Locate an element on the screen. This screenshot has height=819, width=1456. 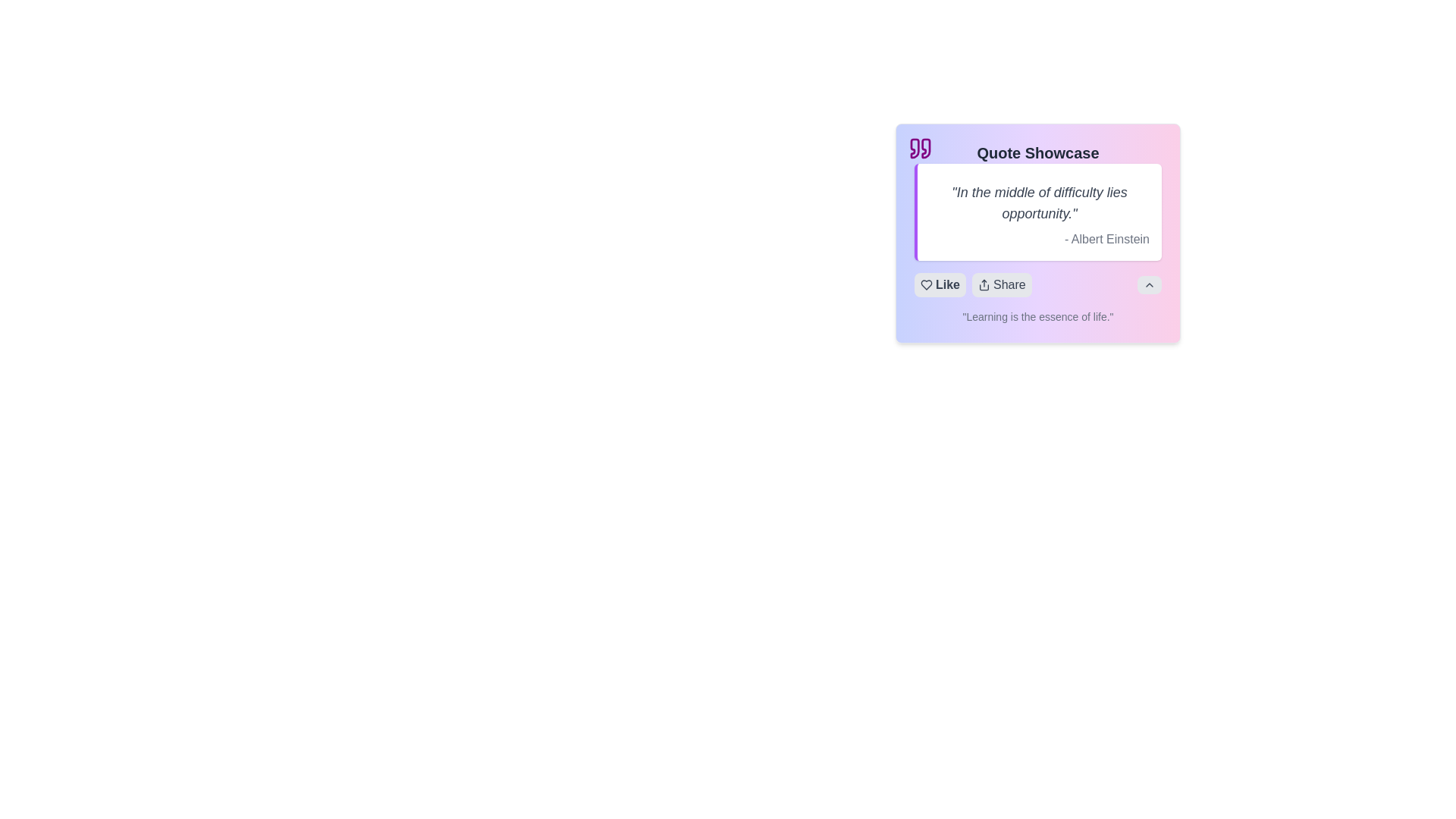
the 'Like' button located at the bottom-left corner of the button group to express approval of the content is located at coordinates (939, 284).